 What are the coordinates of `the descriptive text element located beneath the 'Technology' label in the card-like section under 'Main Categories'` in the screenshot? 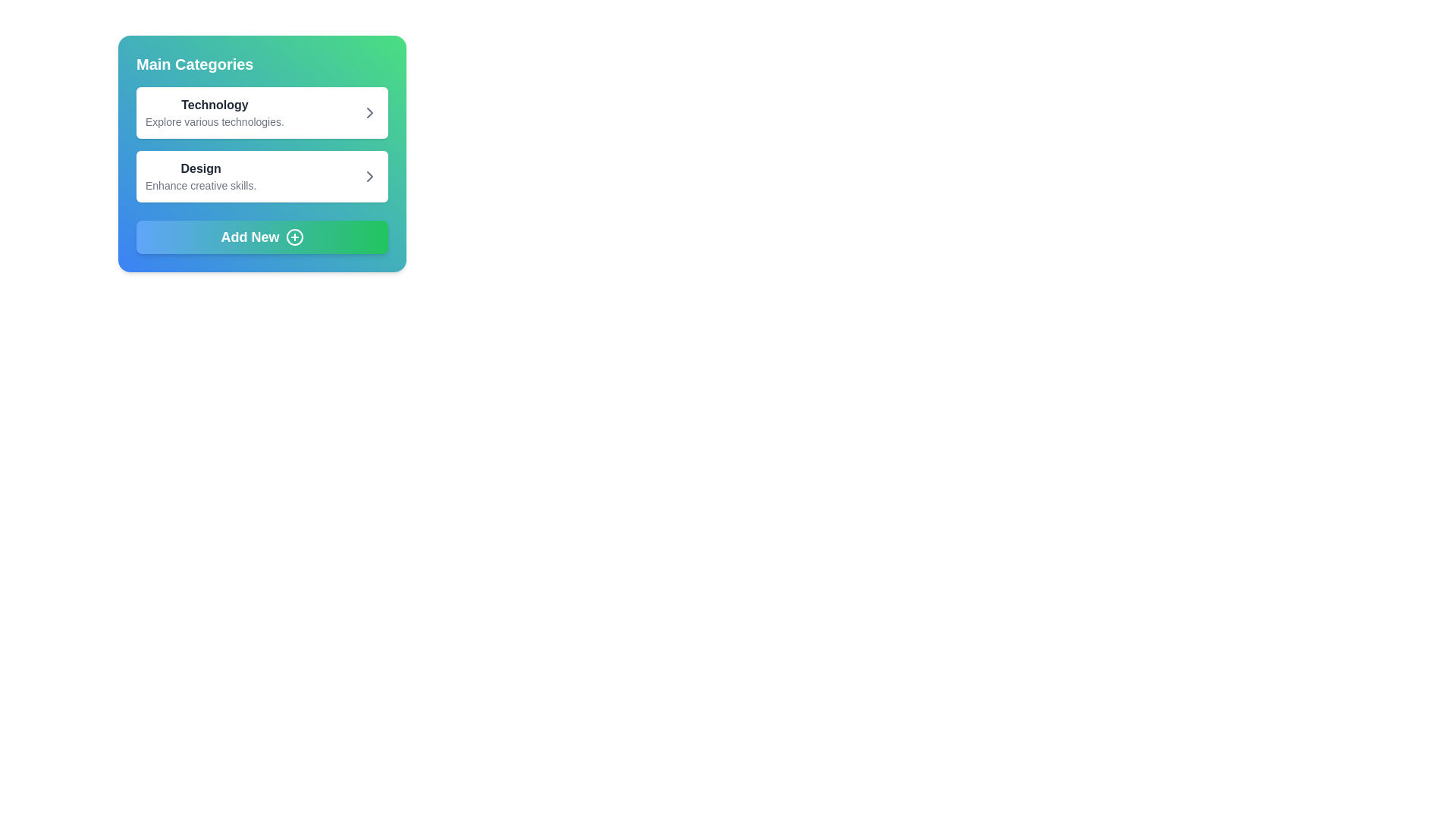 It's located at (214, 121).